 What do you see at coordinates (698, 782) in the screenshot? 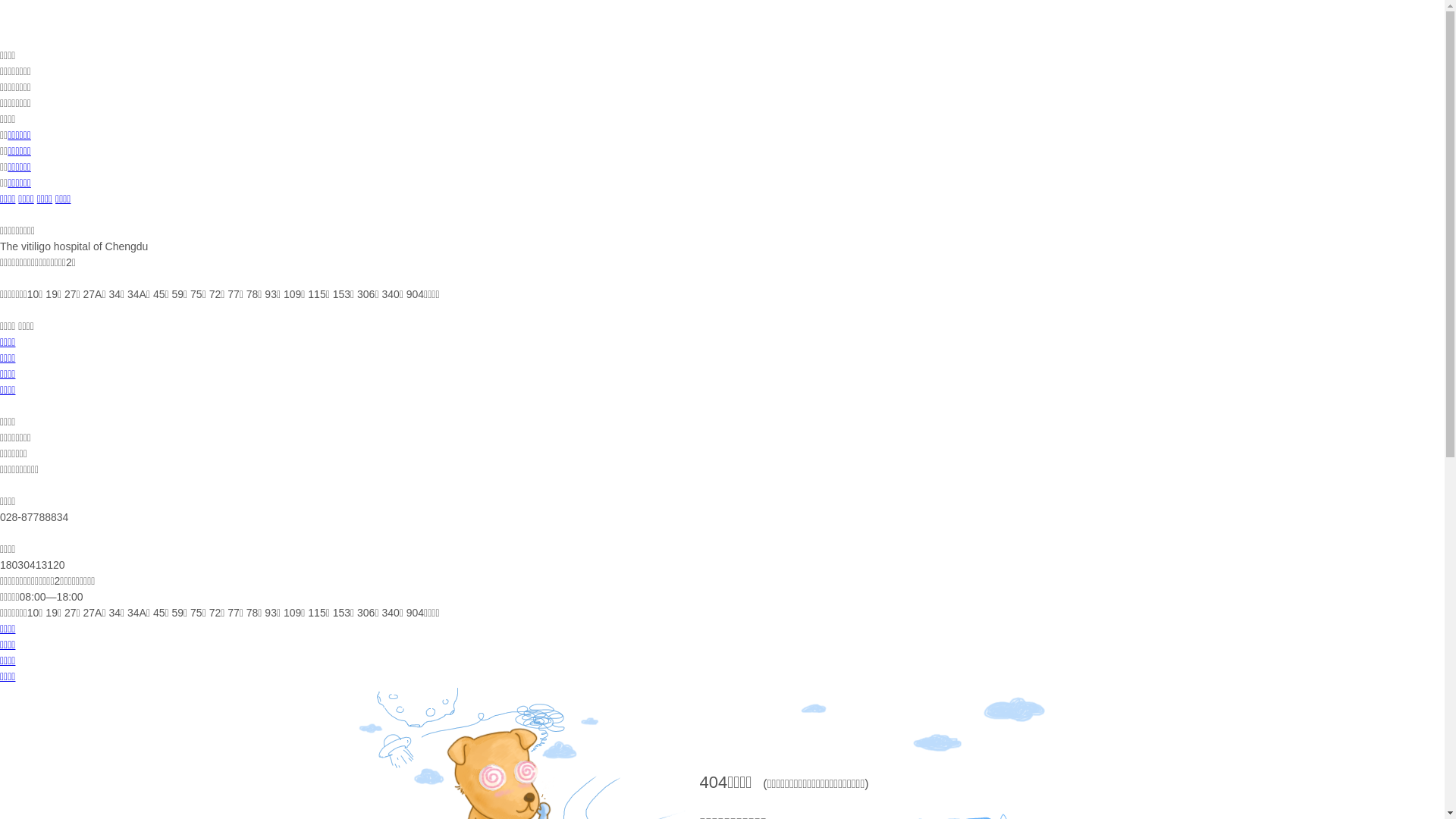
I see `'404'` at bounding box center [698, 782].